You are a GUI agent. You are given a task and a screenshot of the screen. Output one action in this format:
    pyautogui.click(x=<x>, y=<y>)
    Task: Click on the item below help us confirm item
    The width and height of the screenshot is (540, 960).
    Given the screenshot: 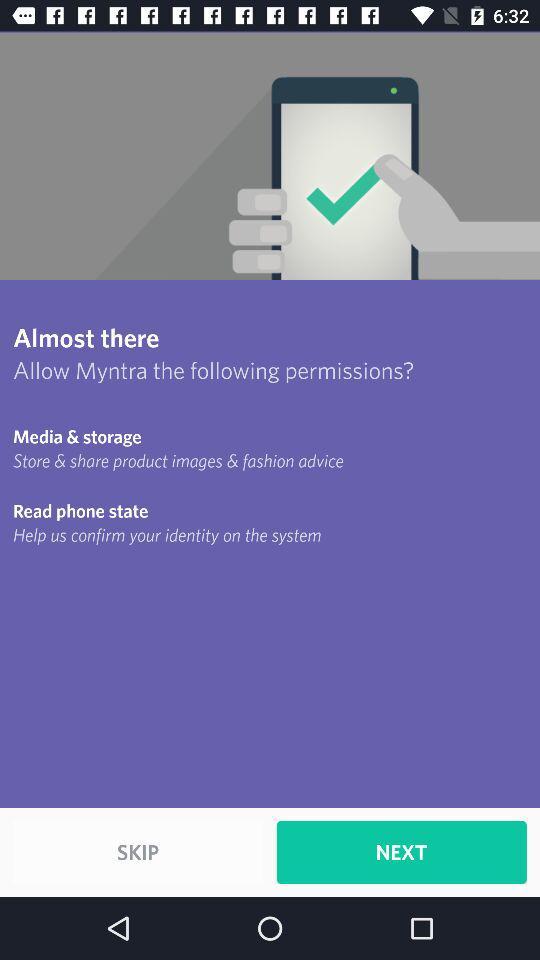 What is the action you would take?
    pyautogui.click(x=137, y=851)
    